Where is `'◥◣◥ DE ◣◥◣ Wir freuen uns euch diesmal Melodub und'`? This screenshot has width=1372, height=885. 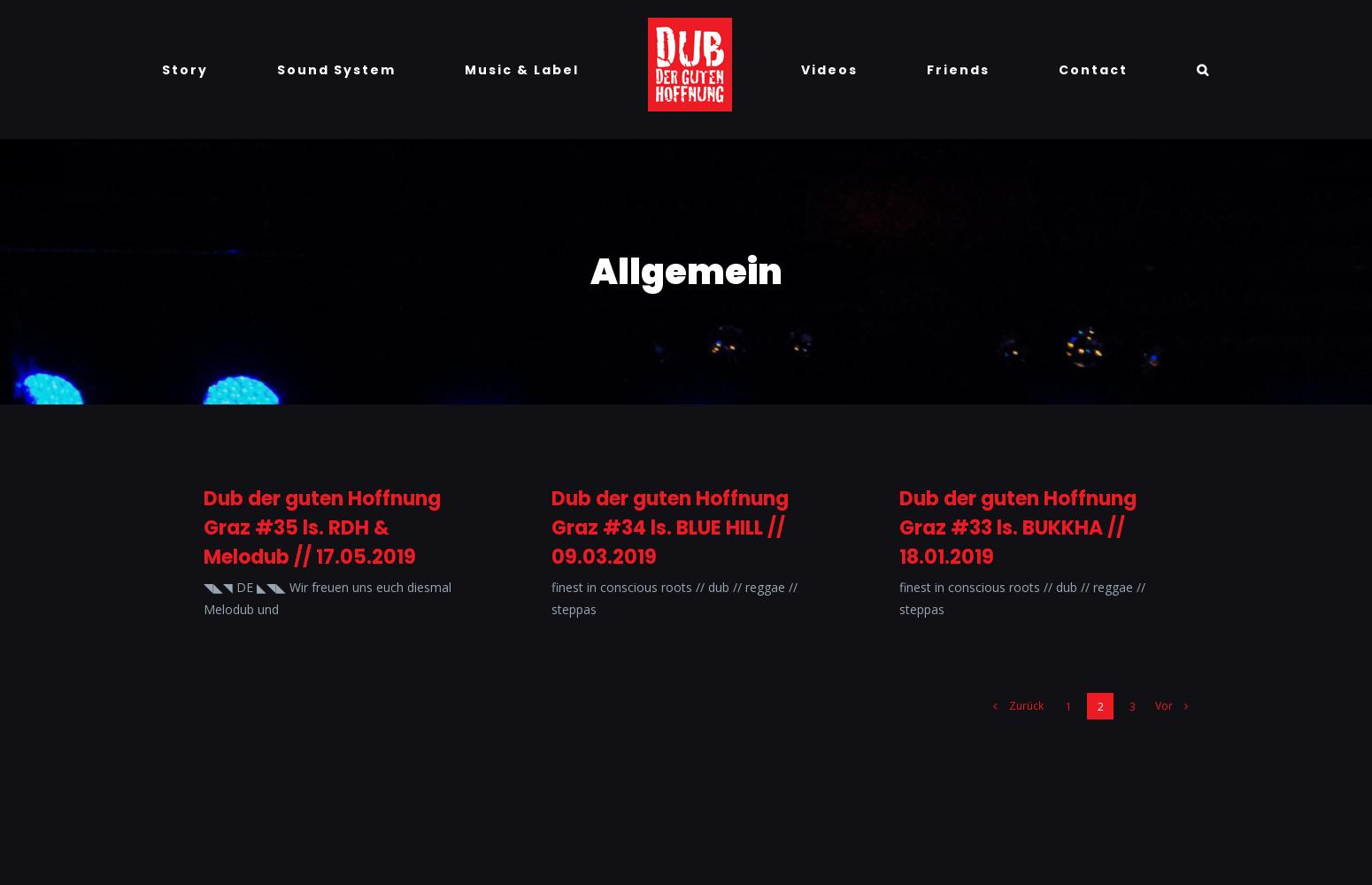 '◥◣◥ DE ◣◥◣ Wir freuen uns euch diesmal Melodub und' is located at coordinates (326, 598).